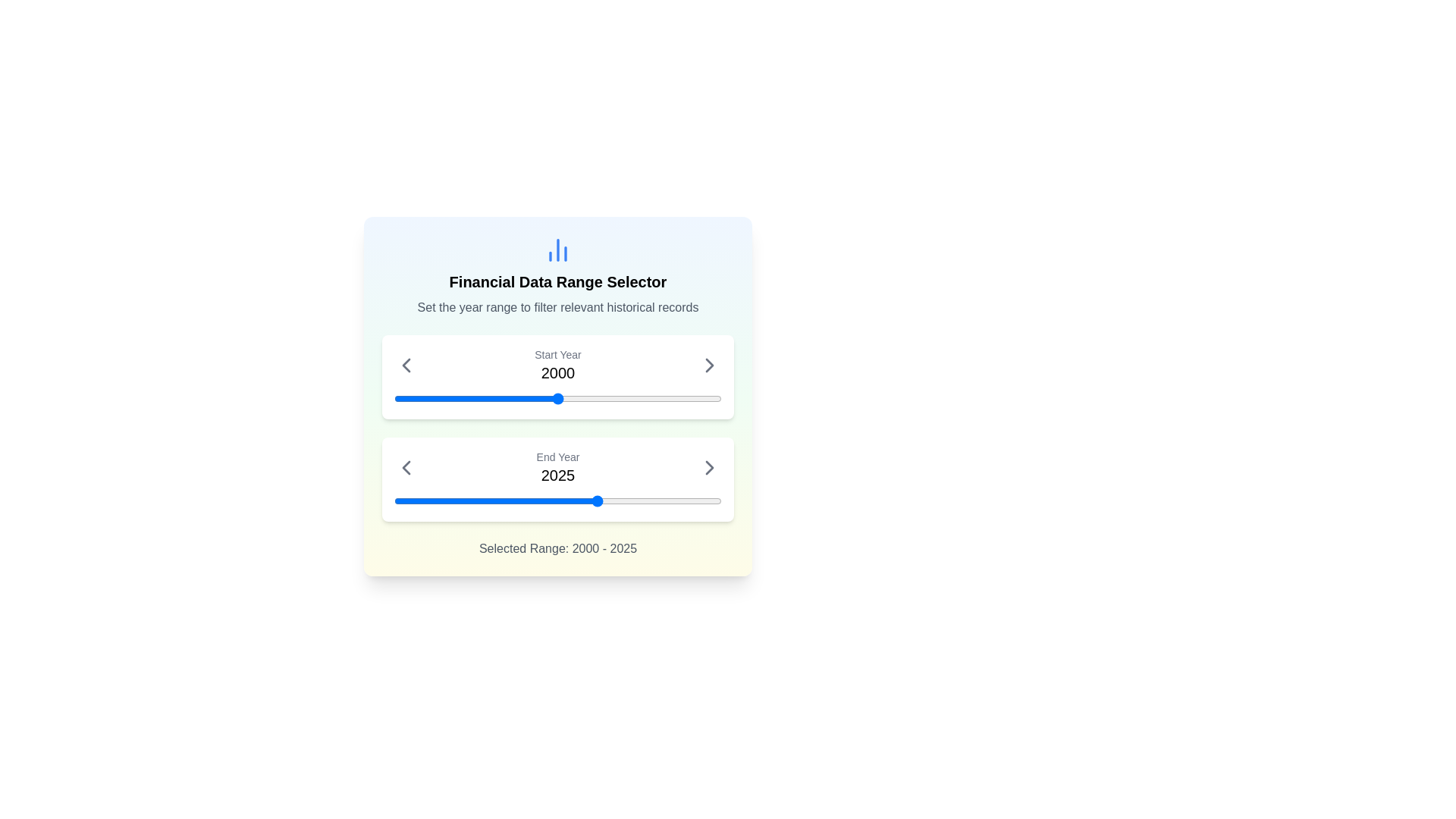  What do you see at coordinates (472, 500) in the screenshot?
I see `the year` at bounding box center [472, 500].